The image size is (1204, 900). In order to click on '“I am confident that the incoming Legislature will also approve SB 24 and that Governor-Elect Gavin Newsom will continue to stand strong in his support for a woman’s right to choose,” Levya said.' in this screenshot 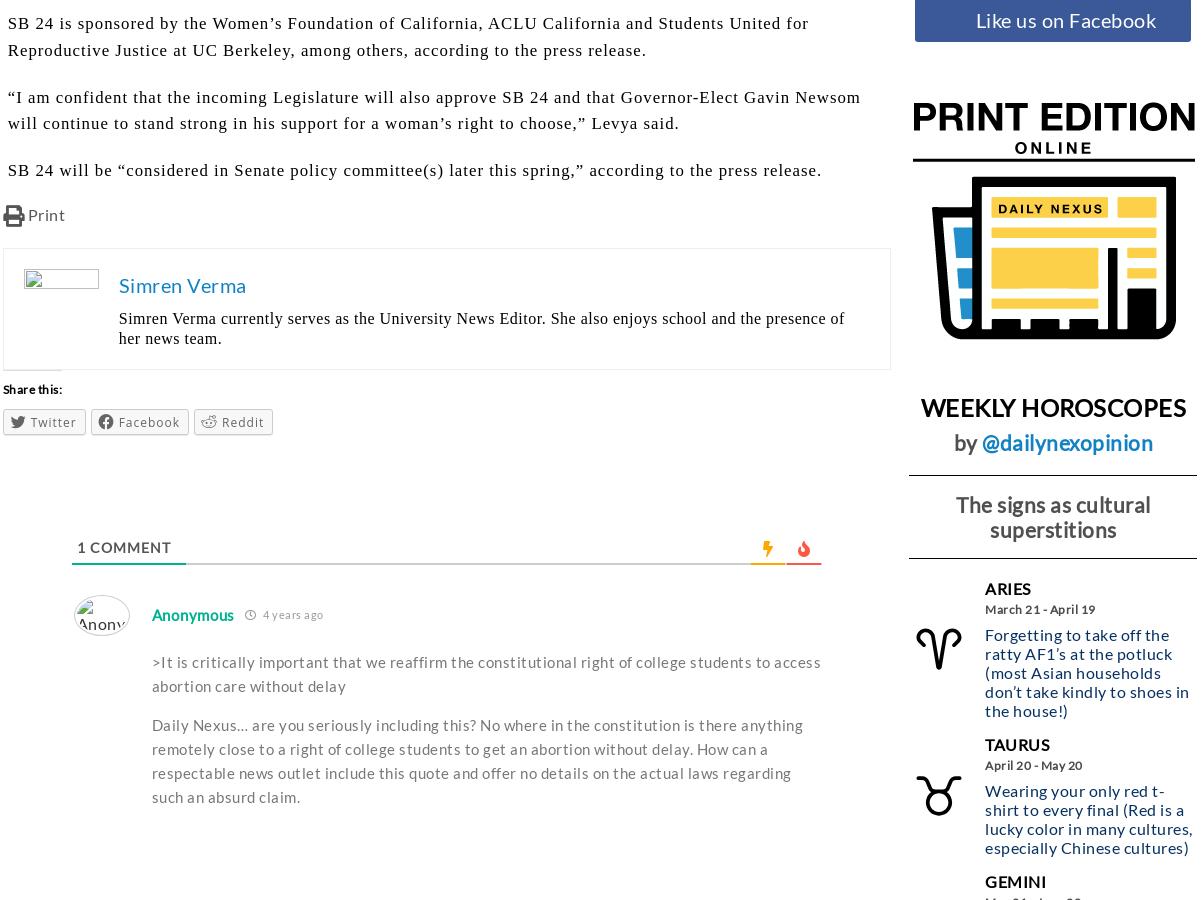, I will do `click(433, 108)`.